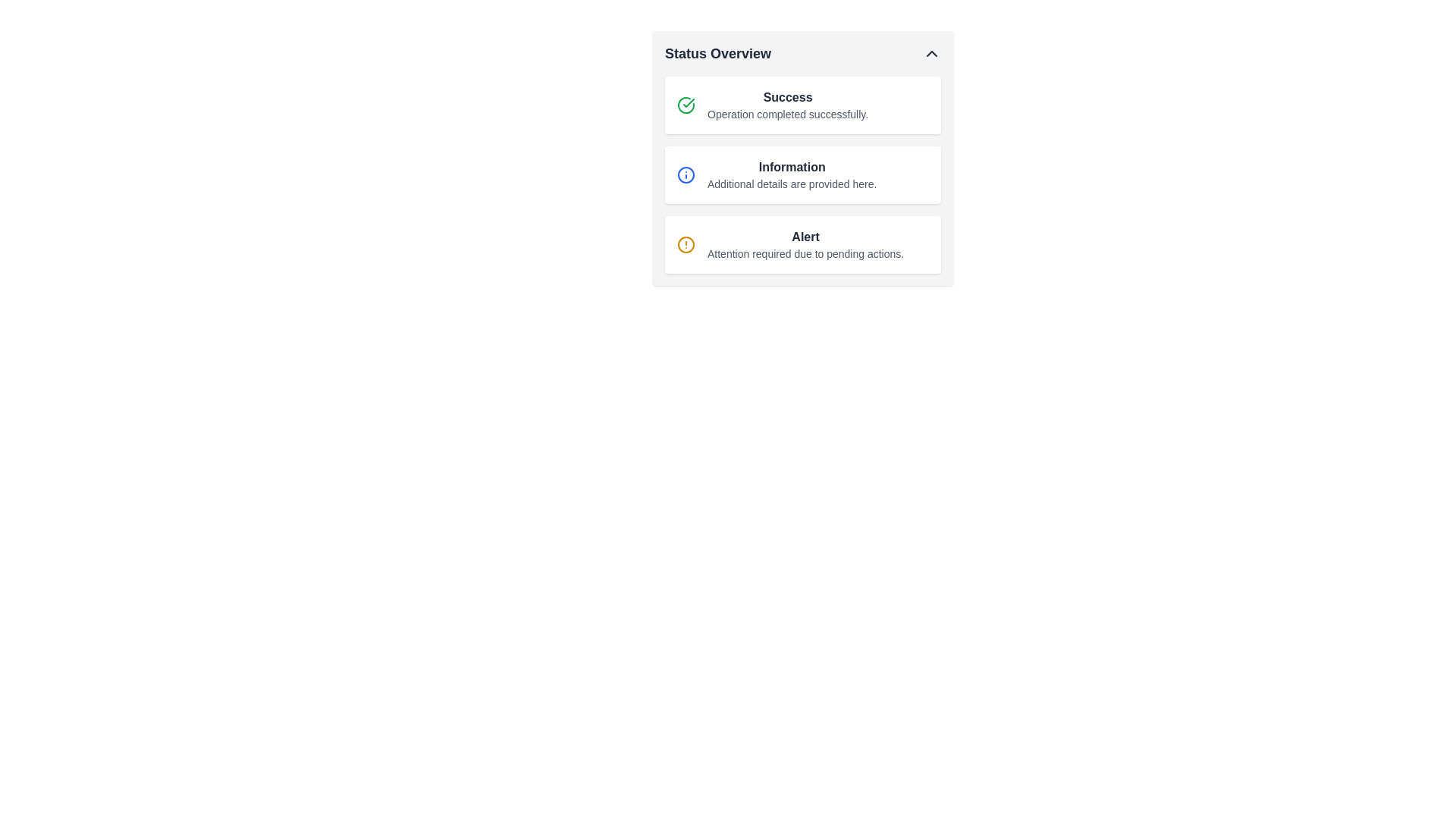 The image size is (1456, 819). Describe the element at coordinates (686, 174) in the screenshot. I see `the blue outer ring of the 'Information' icon, which is a circular shape located in the middle of a vertical list of three status items within the status overview panel` at that location.